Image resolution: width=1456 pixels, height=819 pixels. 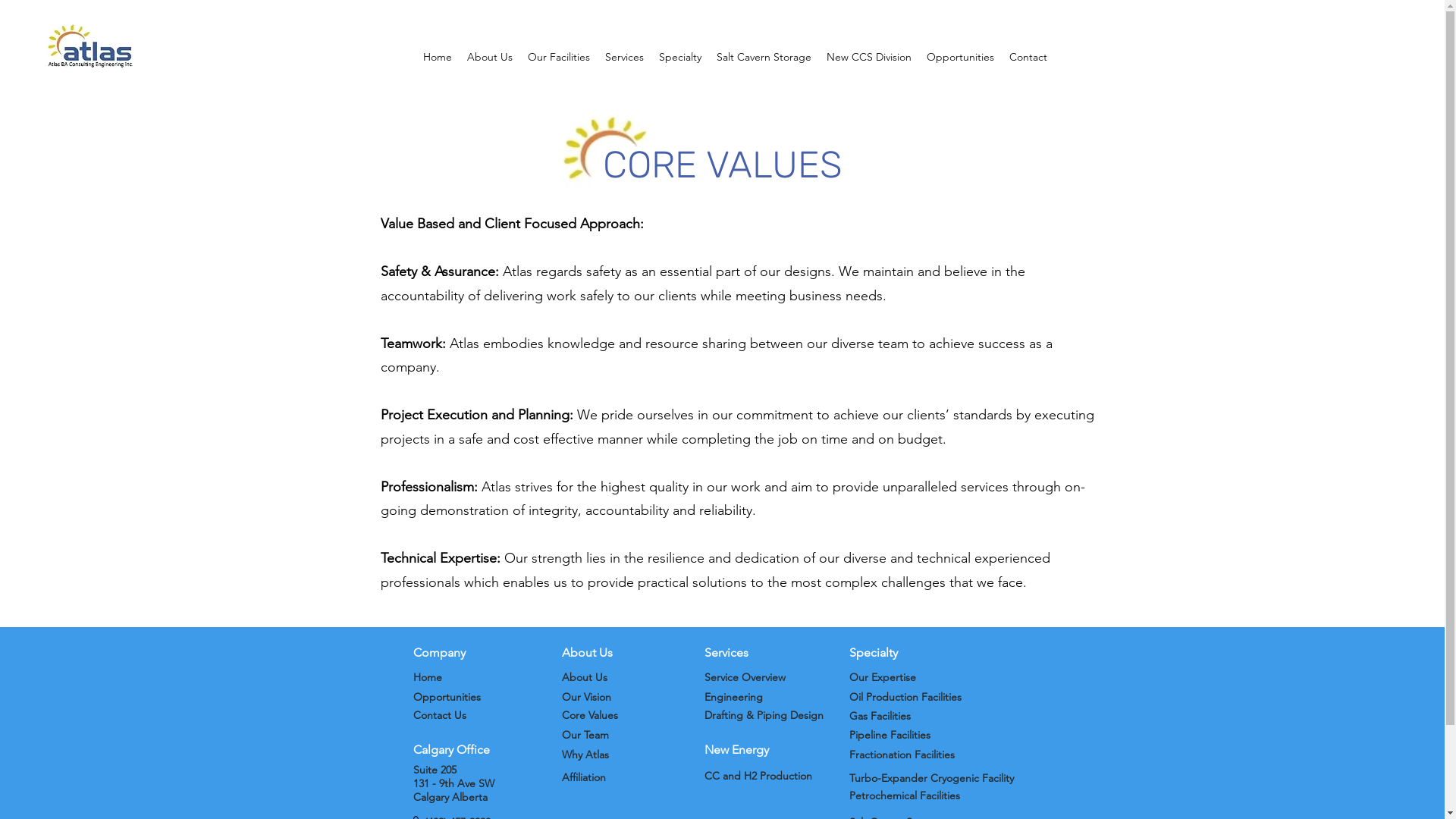 What do you see at coordinates (905, 795) in the screenshot?
I see `'Petrochemical Facilities'` at bounding box center [905, 795].